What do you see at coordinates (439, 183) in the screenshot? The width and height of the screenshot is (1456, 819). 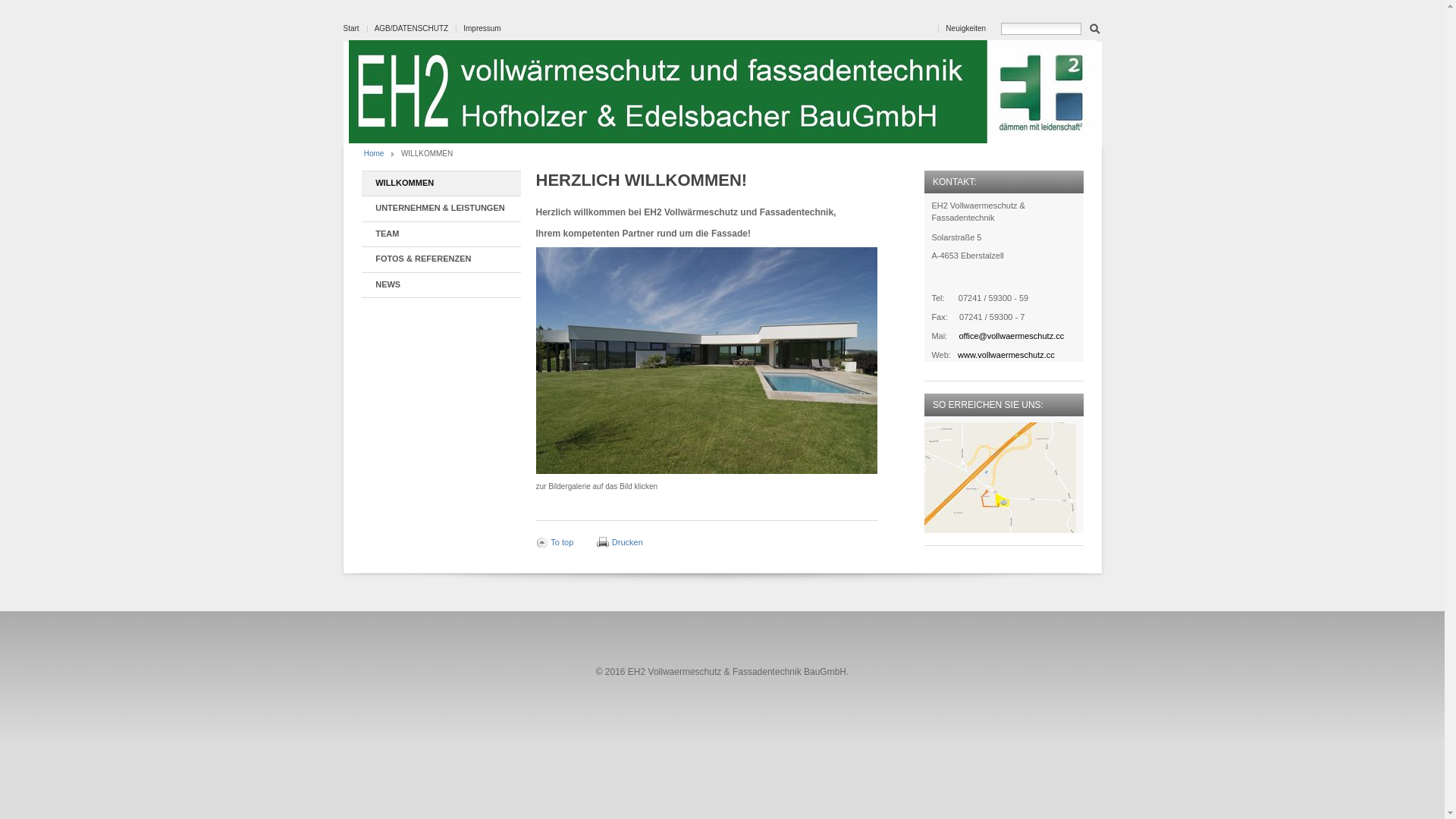 I see `'WILLKOMMEN'` at bounding box center [439, 183].